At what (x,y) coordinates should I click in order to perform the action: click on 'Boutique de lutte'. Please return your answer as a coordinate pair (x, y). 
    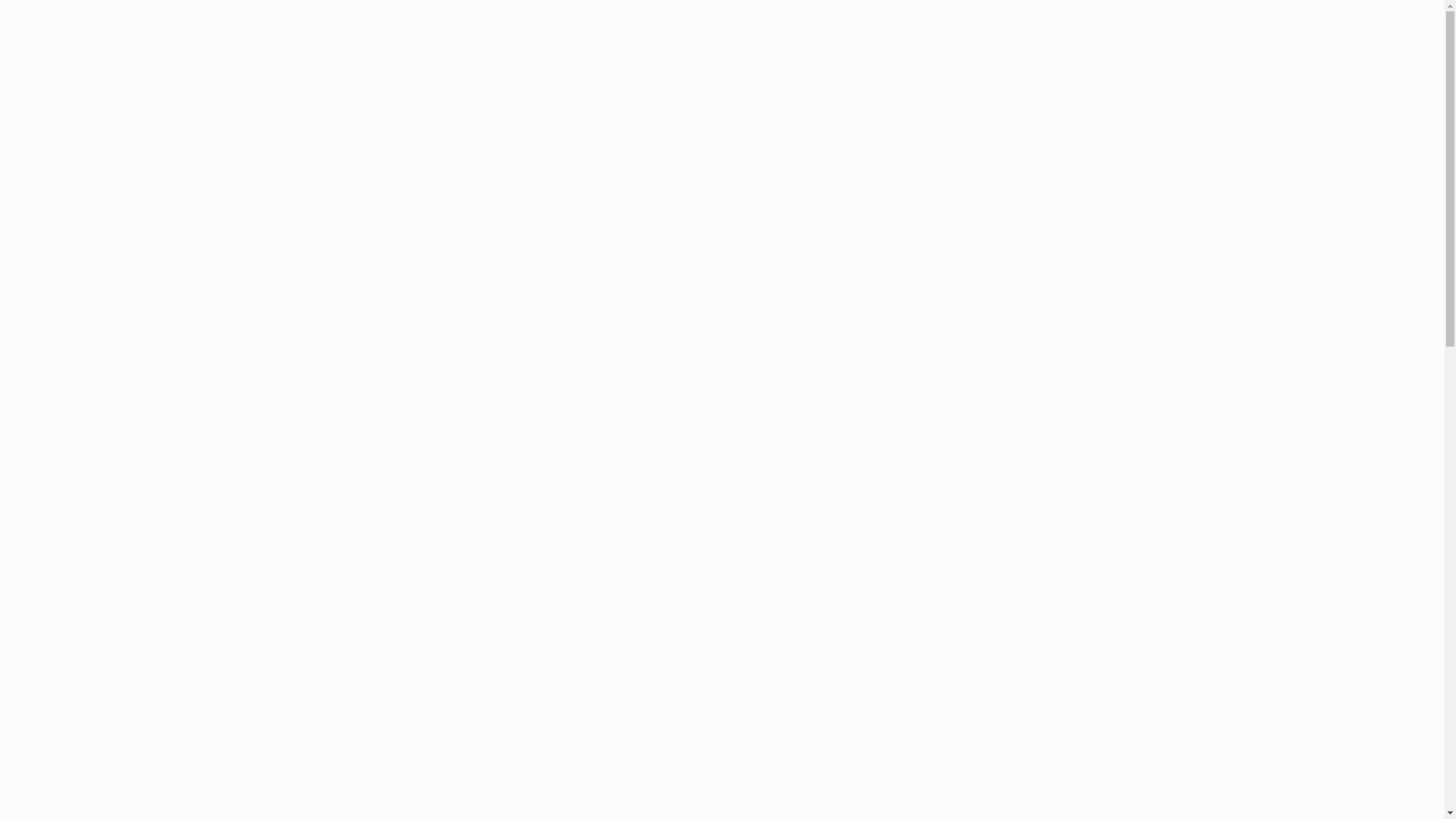
    Looking at the image, I should click on (1027, 45).